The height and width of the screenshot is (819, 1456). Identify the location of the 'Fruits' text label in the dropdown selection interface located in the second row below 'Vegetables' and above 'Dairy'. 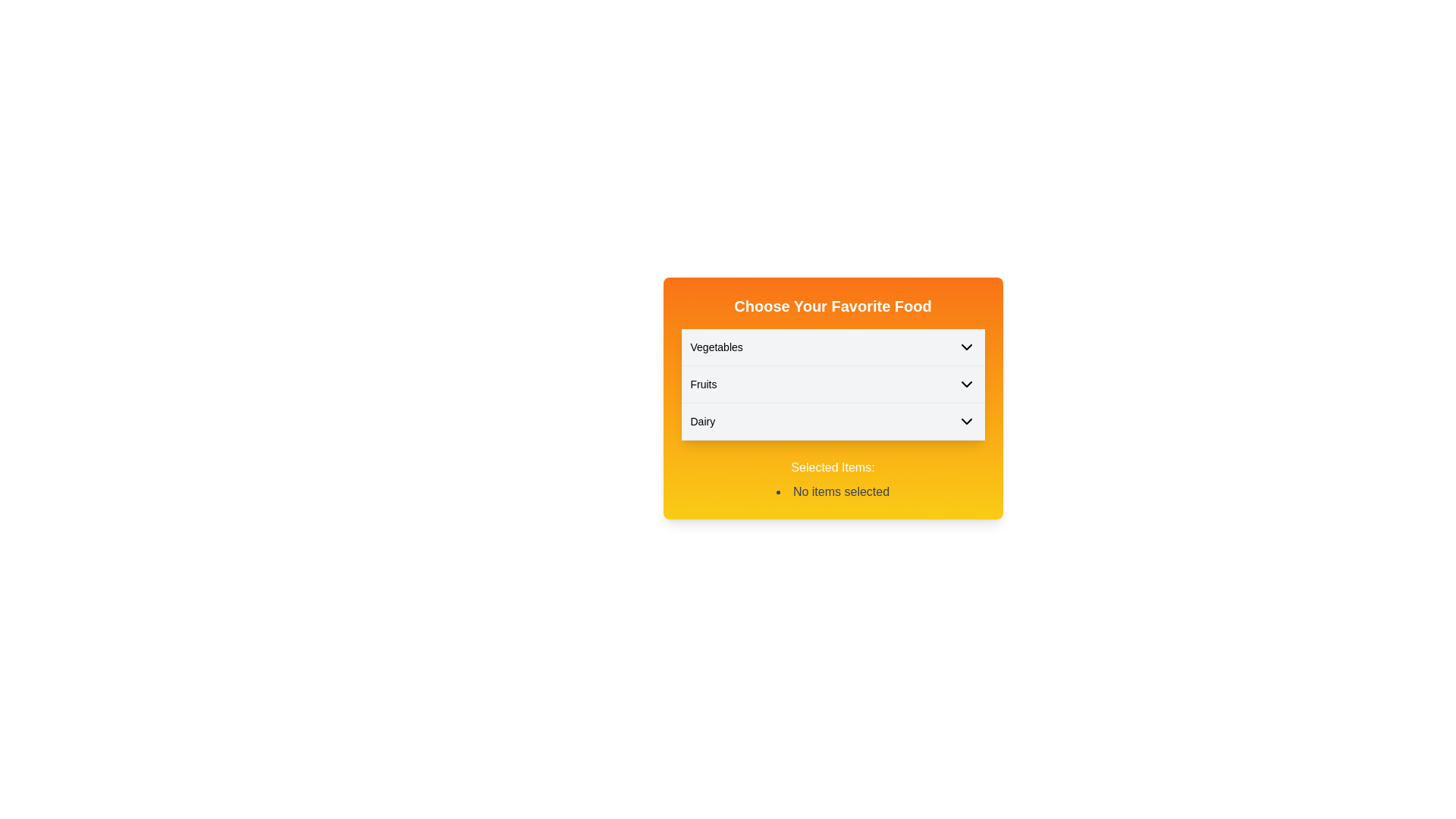
(702, 383).